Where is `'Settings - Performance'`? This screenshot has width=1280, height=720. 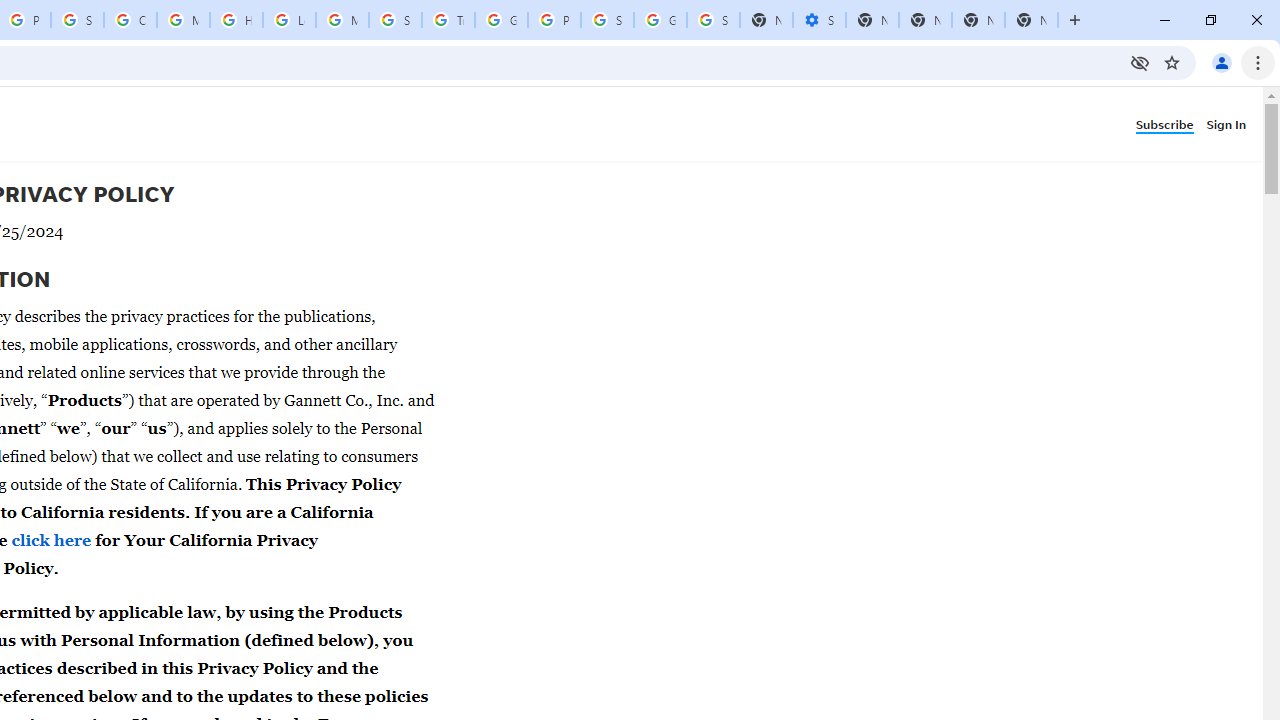 'Settings - Performance' is located at coordinates (819, 20).